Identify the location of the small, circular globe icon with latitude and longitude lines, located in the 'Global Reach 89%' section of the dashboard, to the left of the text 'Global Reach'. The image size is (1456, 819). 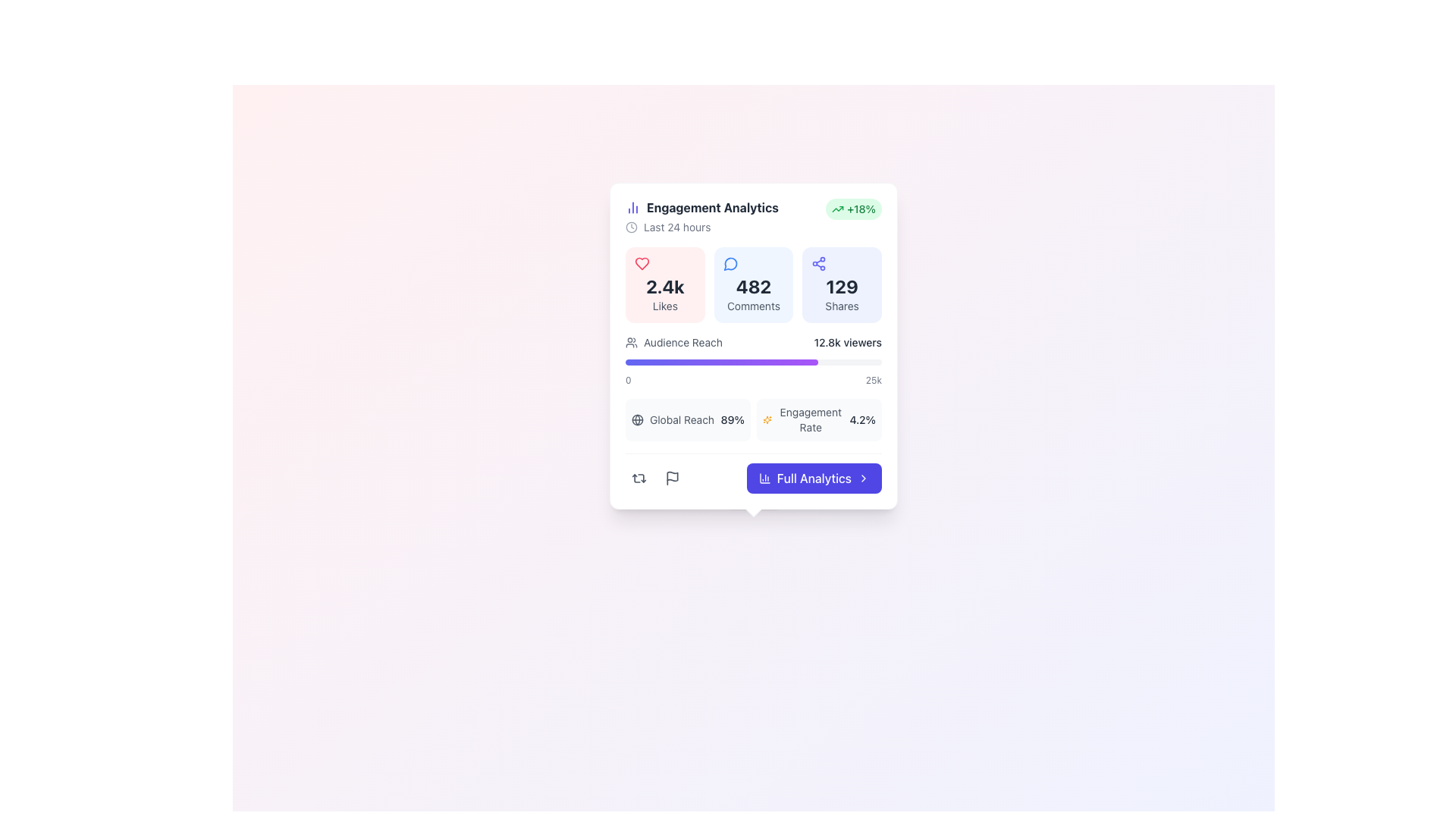
(637, 420).